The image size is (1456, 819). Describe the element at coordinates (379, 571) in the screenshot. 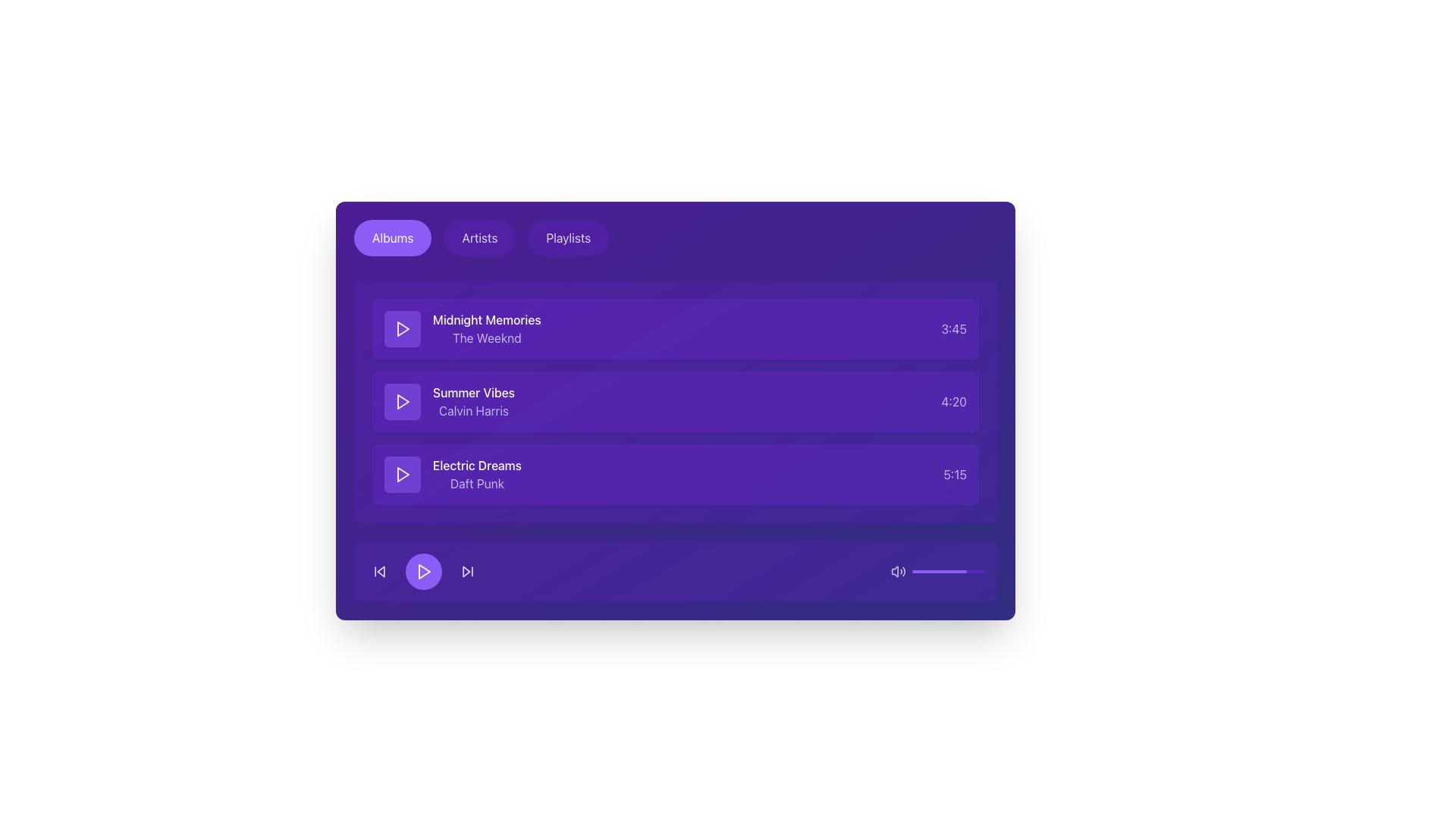

I see `the circular violet button with a skip-backward arrow icon located at the bottom left of the music player interface to skip backward` at that location.